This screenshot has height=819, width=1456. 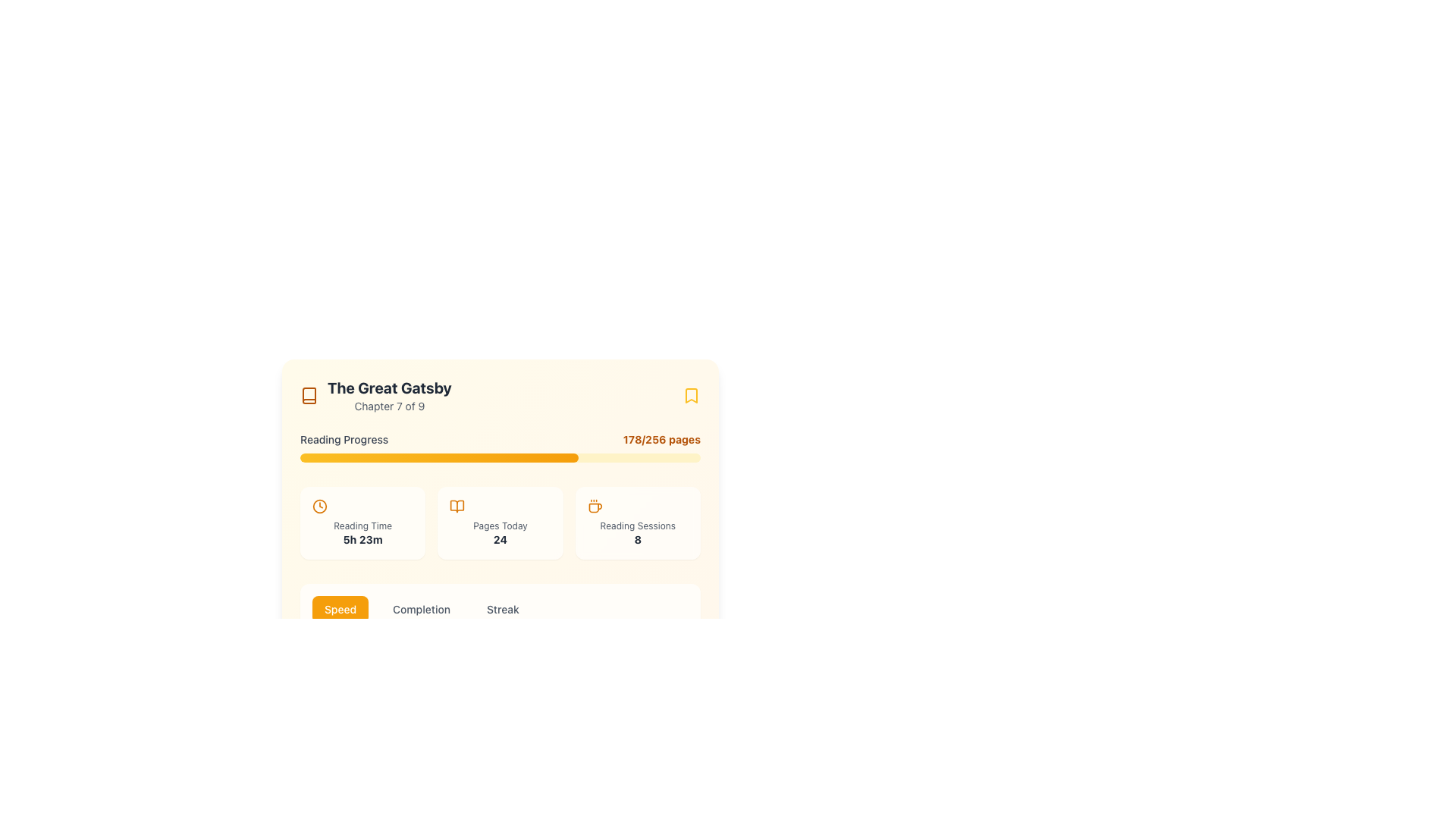 I want to click on details from the text label displaying '178/256 pages', which indicates reading progress, located on the right side of the section with 'Reading Progress' on its left, so click(x=662, y=439).